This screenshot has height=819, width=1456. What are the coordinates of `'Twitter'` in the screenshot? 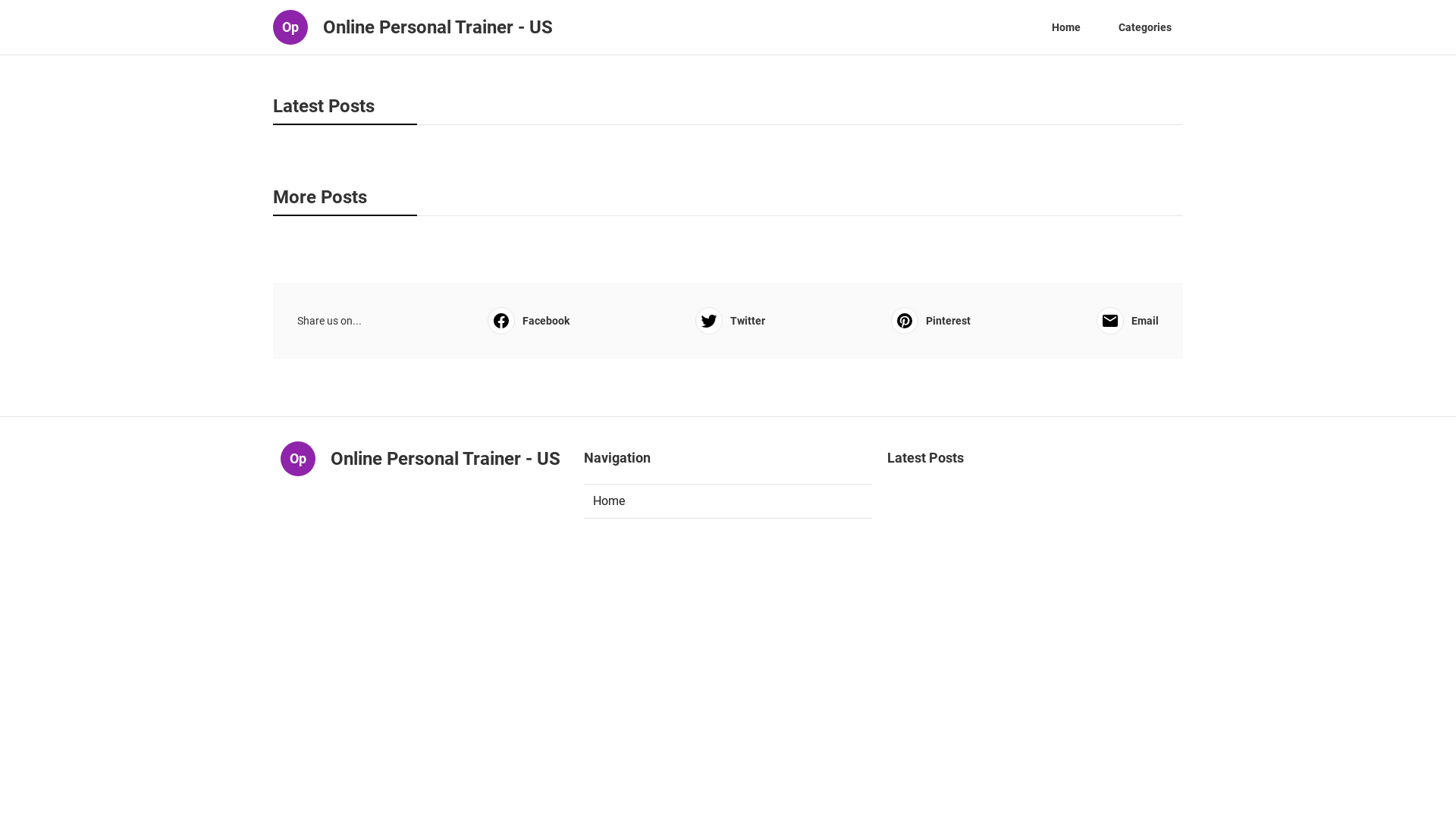 It's located at (730, 320).